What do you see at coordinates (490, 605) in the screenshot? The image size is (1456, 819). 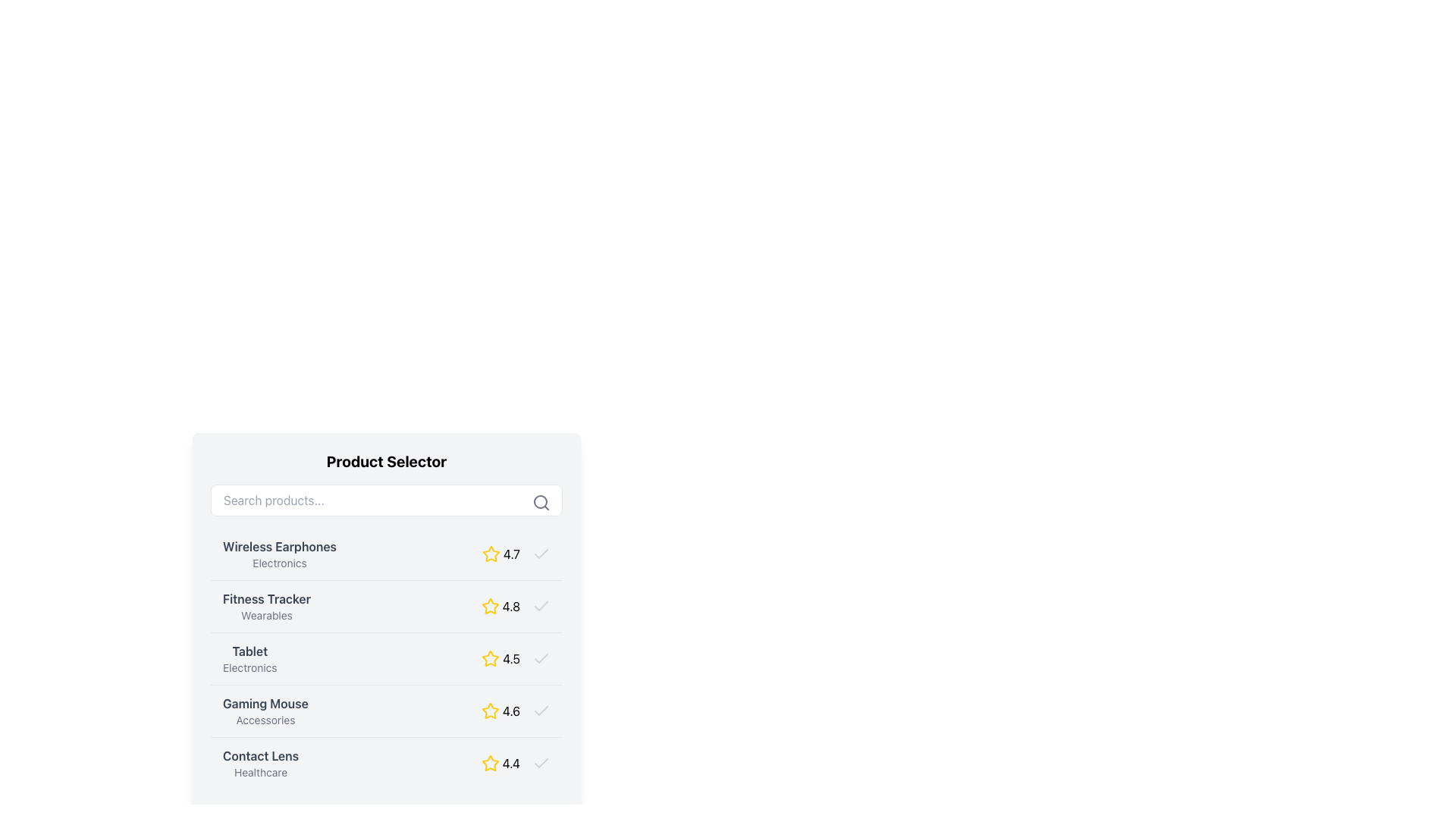 I see `the visual representation of the rating icon located in the second row of the product listing, to the left of the numerical rating value '4.8'` at bounding box center [490, 605].